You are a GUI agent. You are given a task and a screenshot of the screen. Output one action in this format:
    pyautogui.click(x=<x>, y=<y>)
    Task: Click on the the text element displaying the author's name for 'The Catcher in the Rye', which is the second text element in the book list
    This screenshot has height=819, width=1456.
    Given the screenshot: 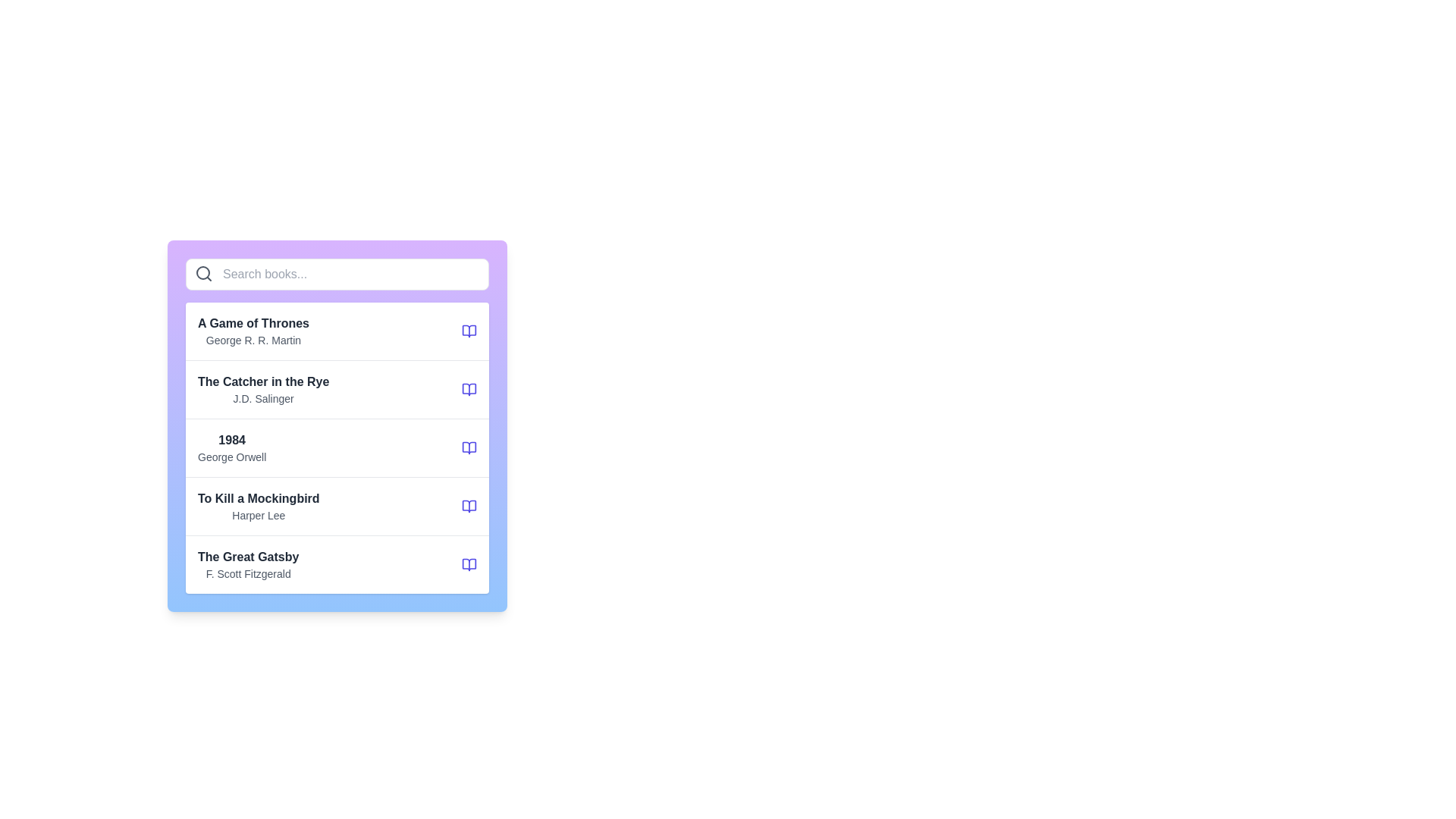 What is the action you would take?
    pyautogui.click(x=263, y=397)
    